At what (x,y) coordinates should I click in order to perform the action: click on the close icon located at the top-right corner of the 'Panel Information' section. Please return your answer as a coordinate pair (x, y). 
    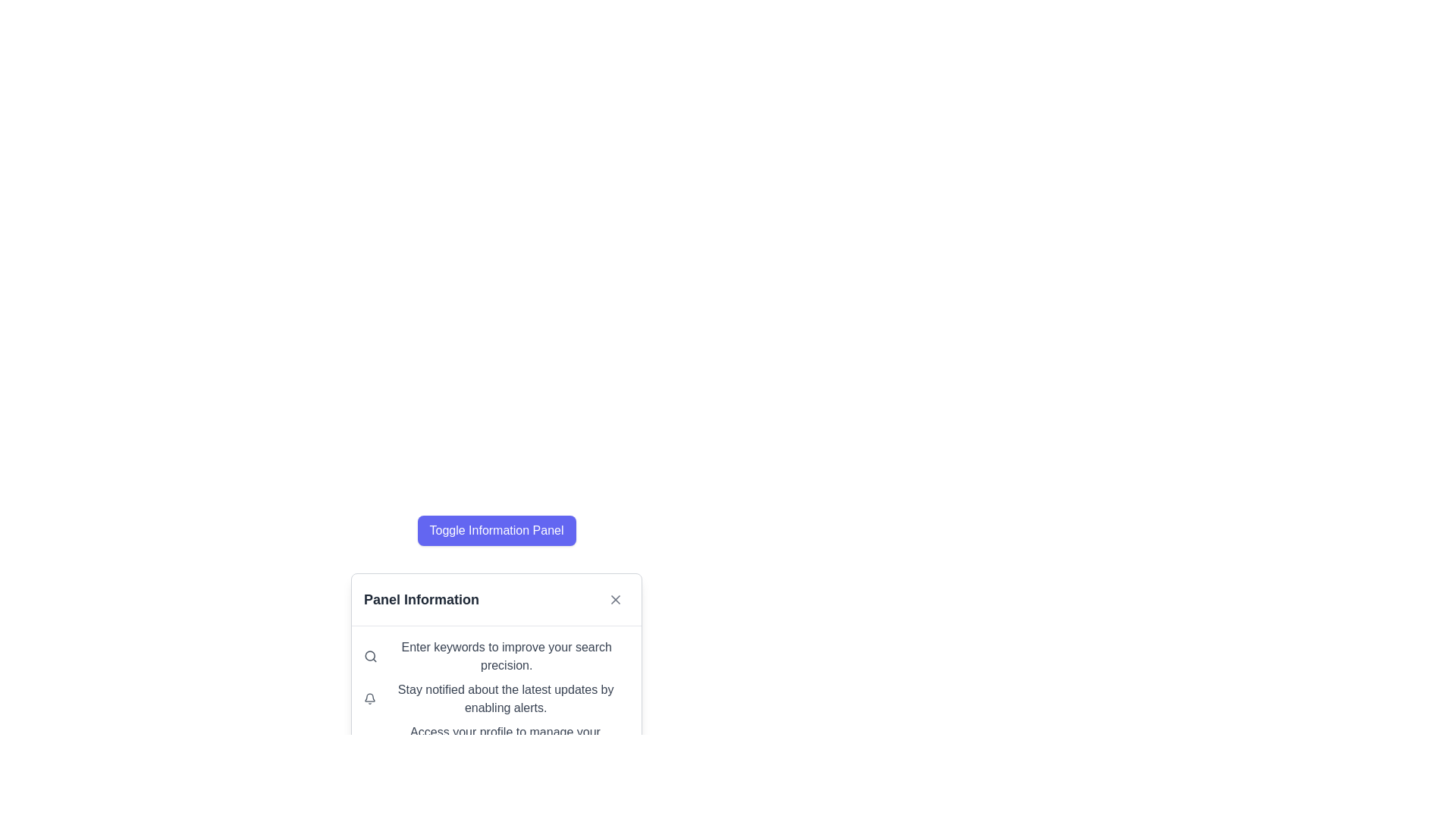
    Looking at the image, I should click on (615, 598).